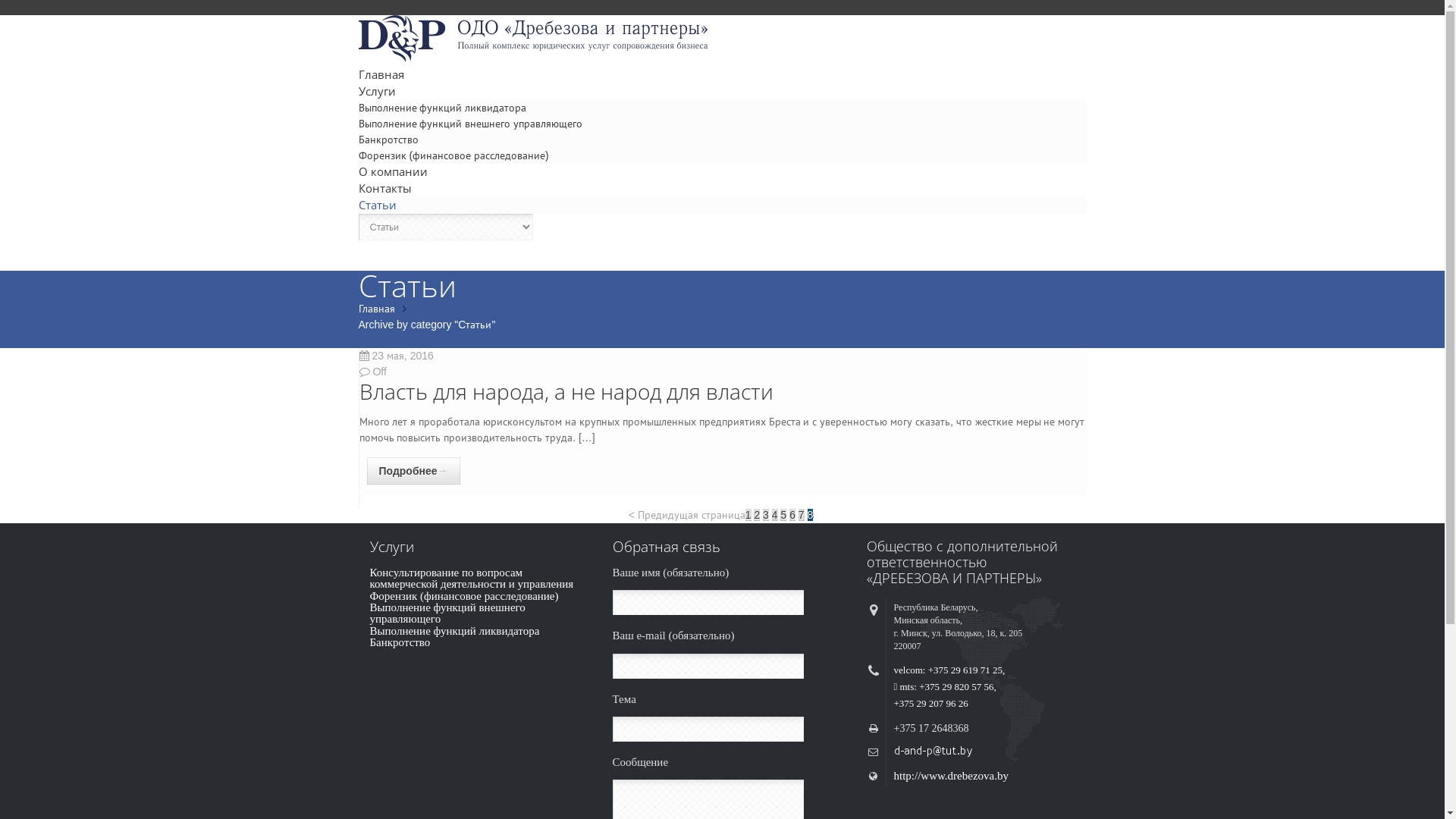  What do you see at coordinates (949, 775) in the screenshot?
I see `'http://www.drebezova.by'` at bounding box center [949, 775].